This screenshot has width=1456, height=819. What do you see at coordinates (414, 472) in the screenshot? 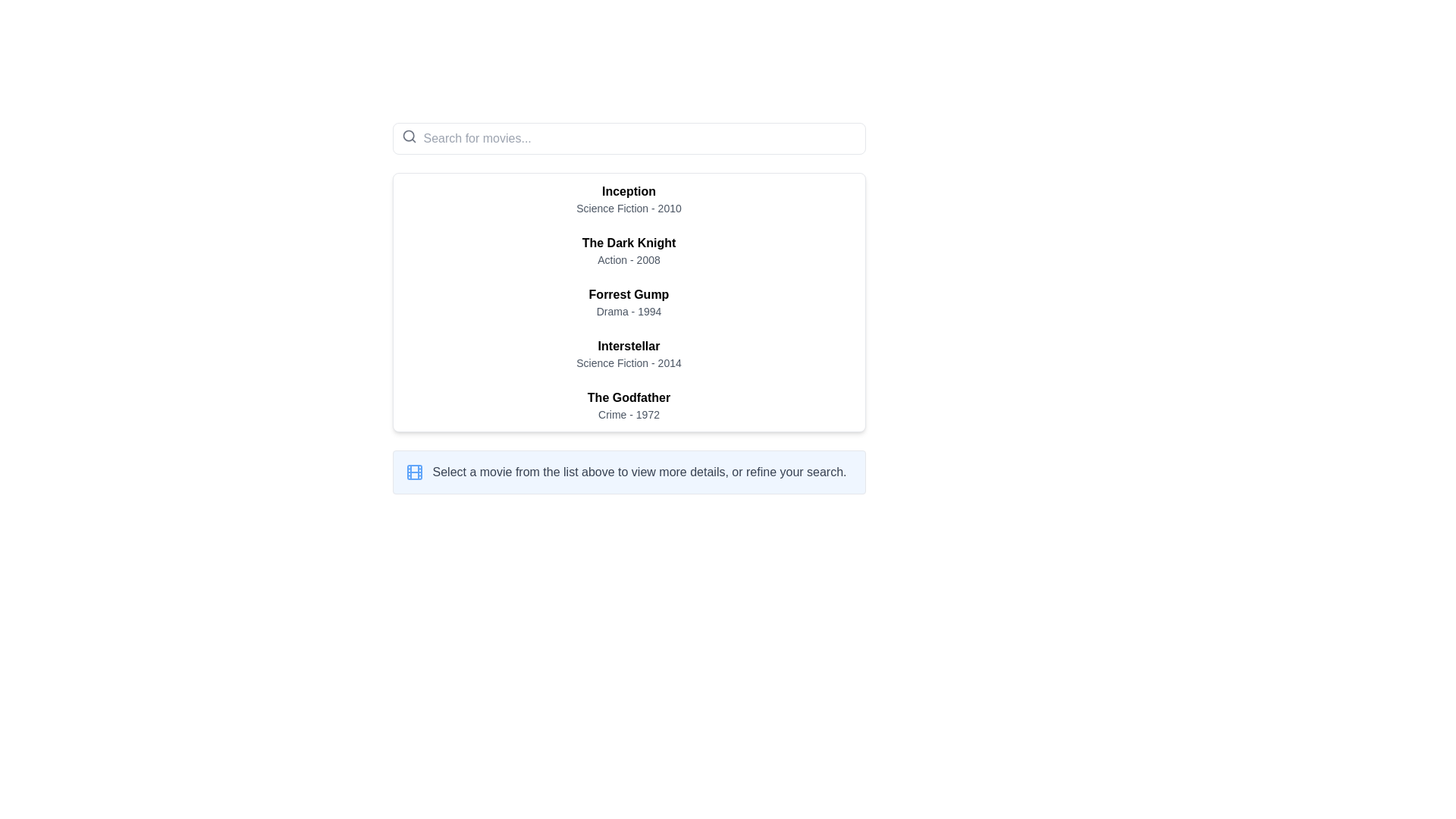
I see `the film reel icon styled with a blue color scheme, which is located to the left of the descriptive text 'Select a movie from the list above` at bounding box center [414, 472].